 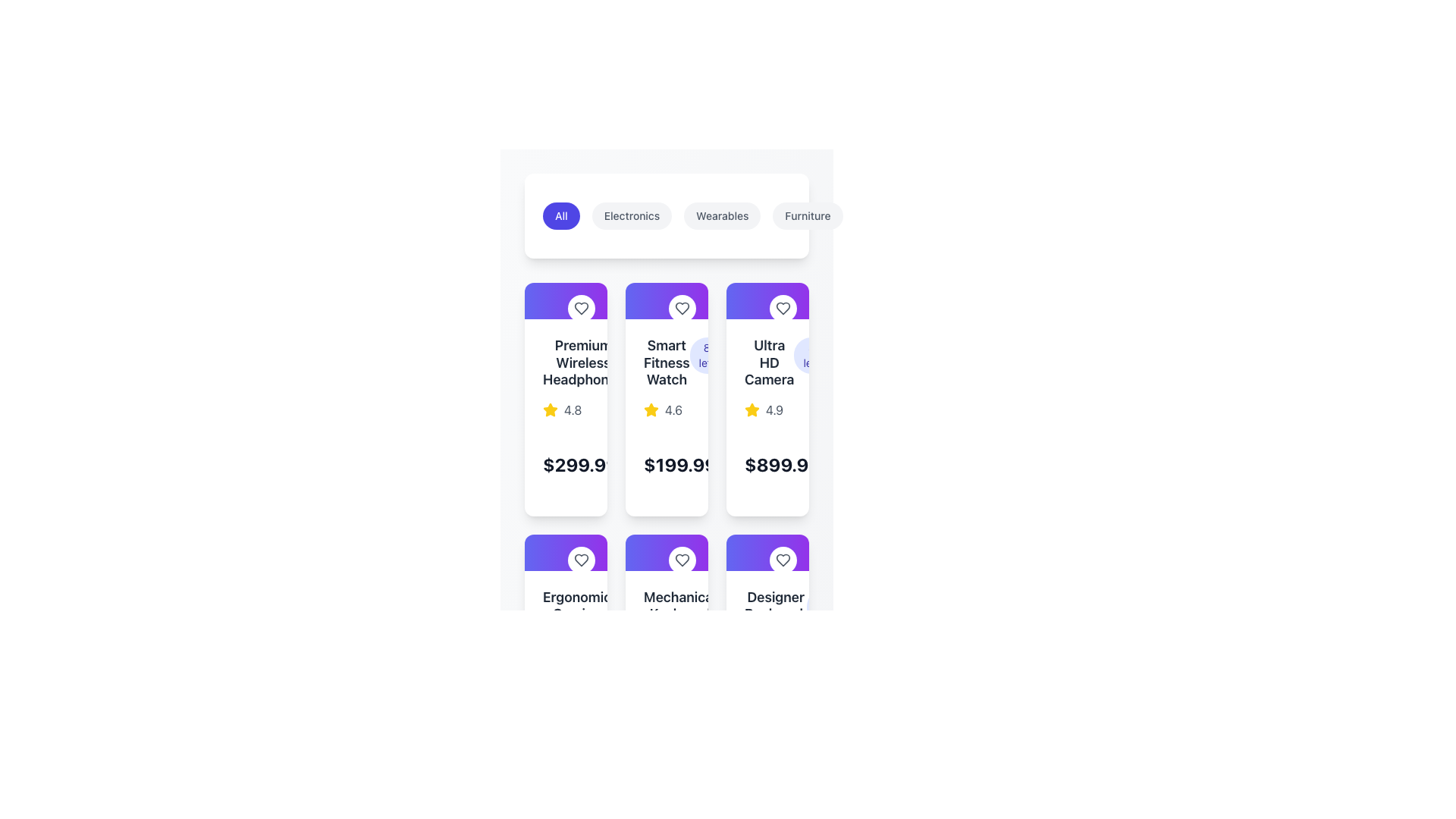 I want to click on the heart icon within the rounded button at the top of the item card to favorite the item, so click(x=581, y=559).